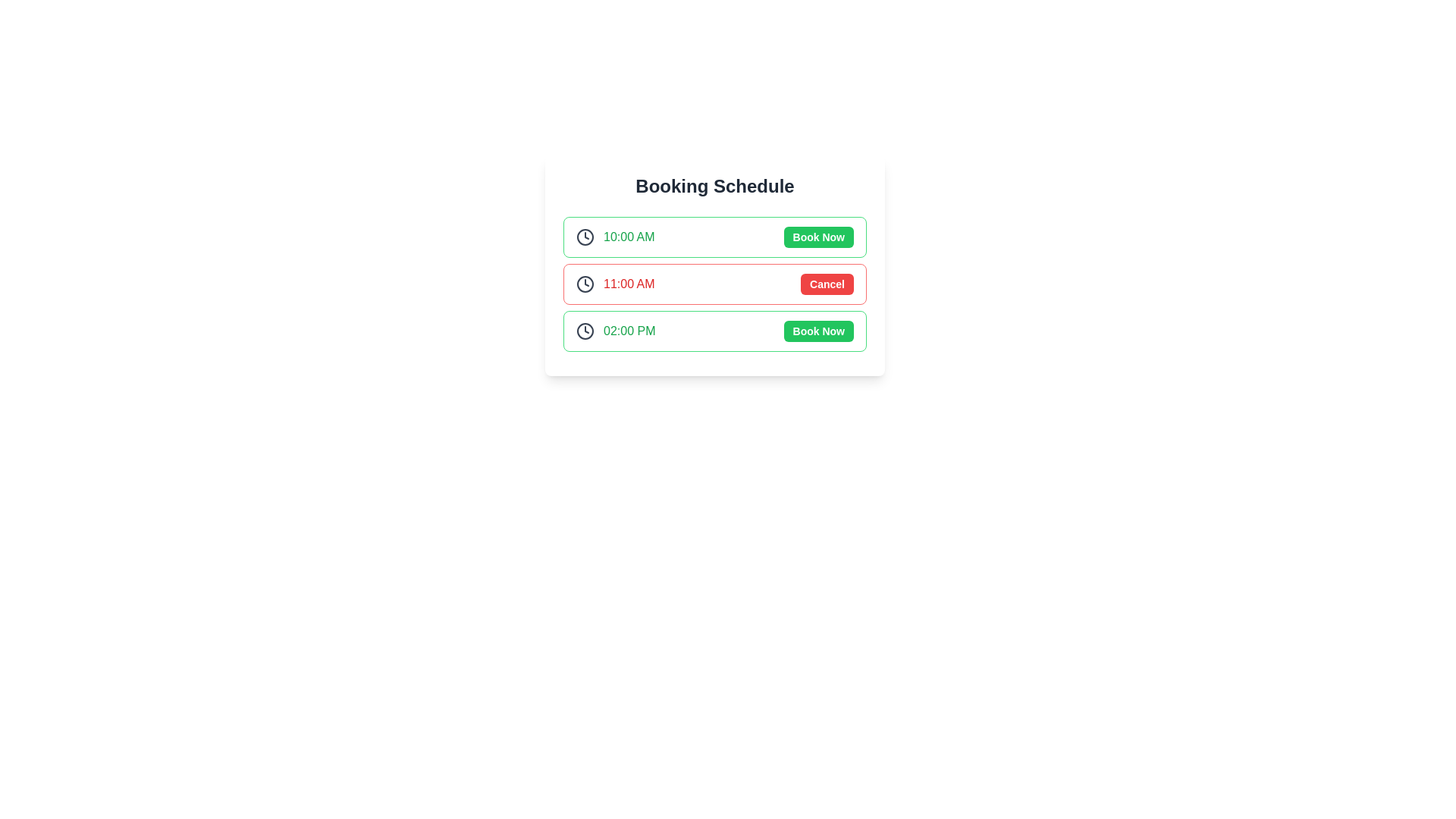 The height and width of the screenshot is (819, 1456). I want to click on the circular SVG graphic that is part of the clock icon located next to the '10:00 AM' text in the first row of the schedule list, so click(585, 237).